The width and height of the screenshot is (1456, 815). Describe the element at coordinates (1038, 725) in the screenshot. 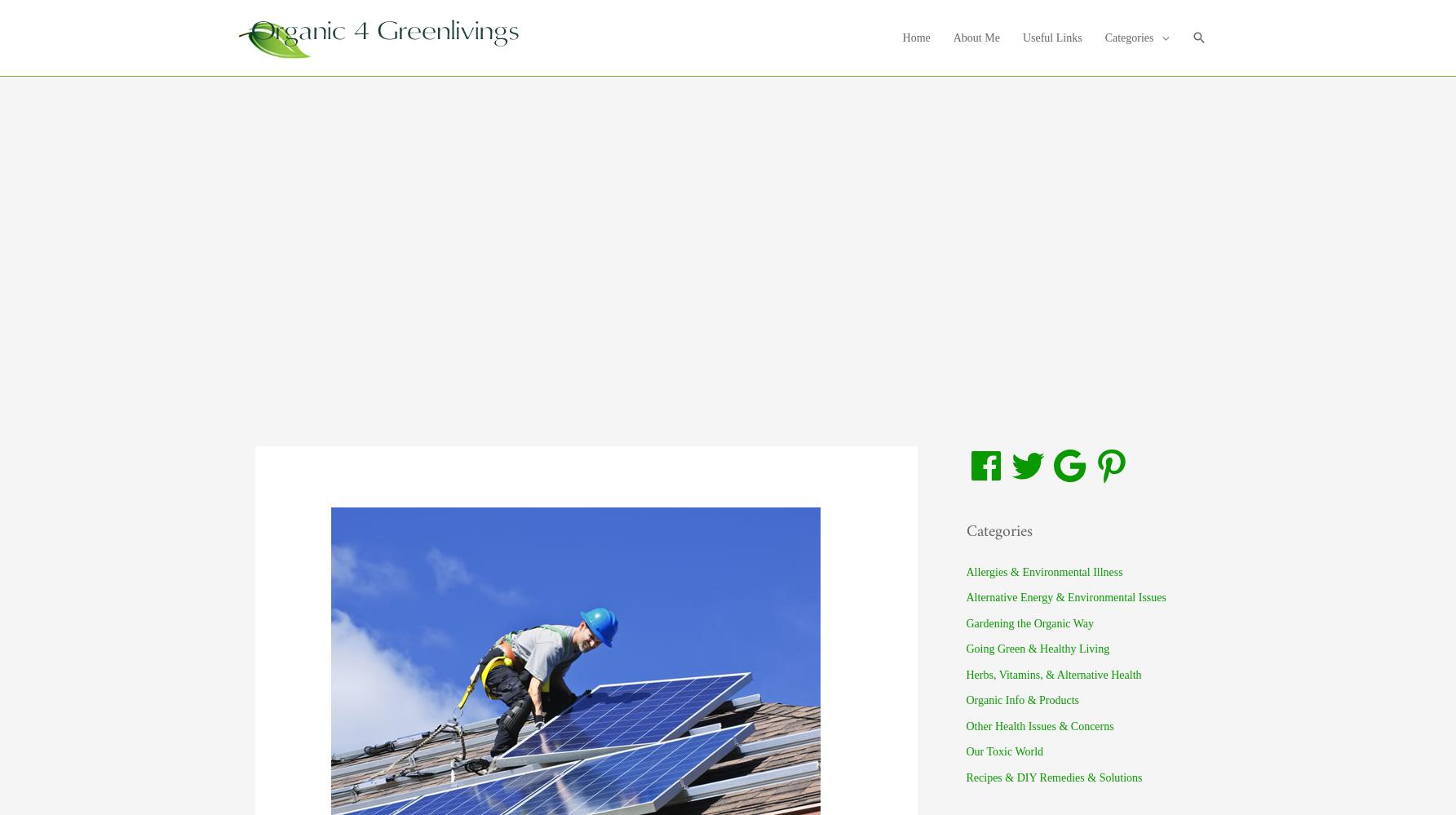

I see `'Other Health Issues & Concerns'` at that location.